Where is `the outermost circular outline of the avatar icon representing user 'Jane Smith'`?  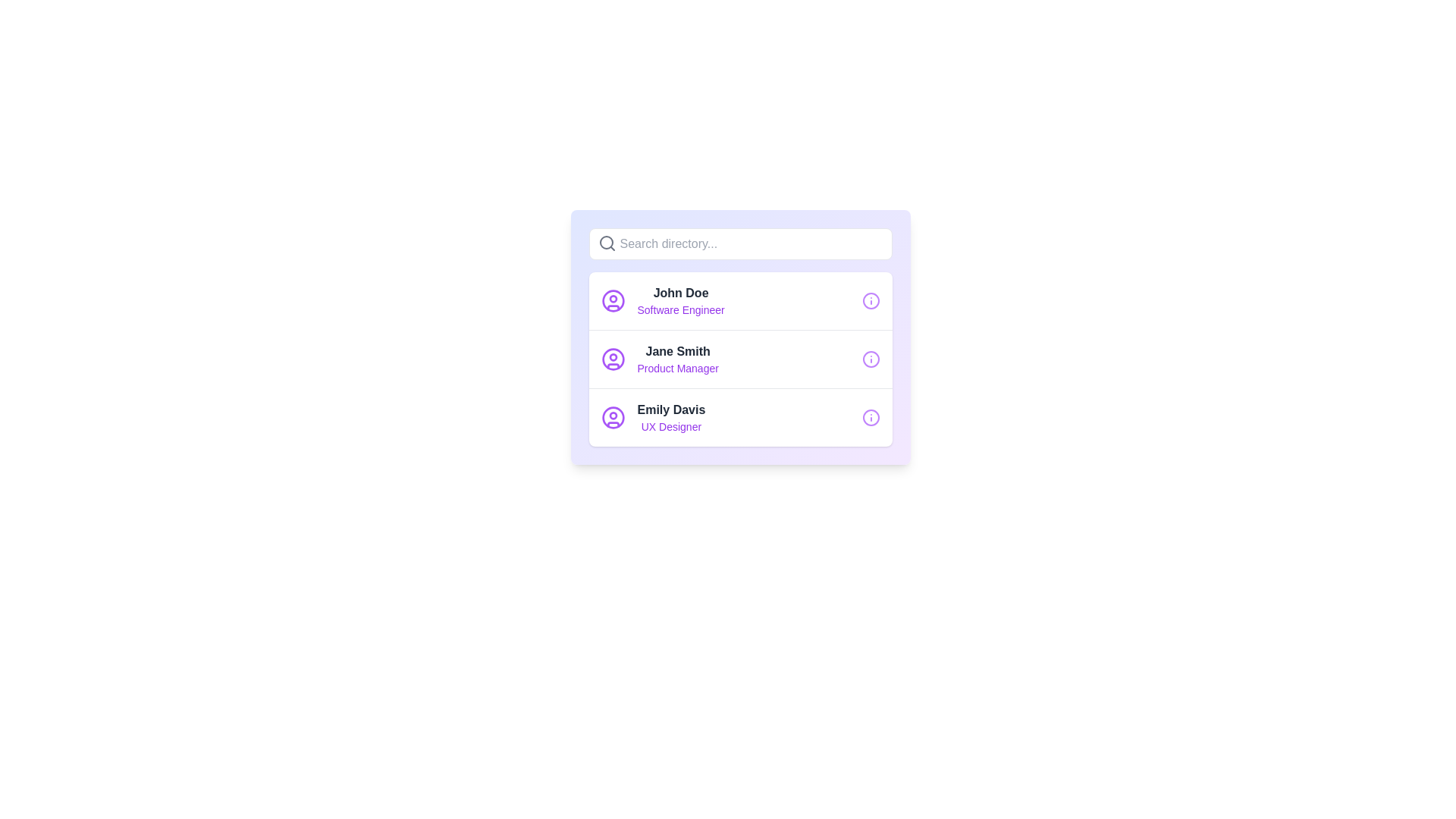
the outermost circular outline of the avatar icon representing user 'Jane Smith' is located at coordinates (613, 359).